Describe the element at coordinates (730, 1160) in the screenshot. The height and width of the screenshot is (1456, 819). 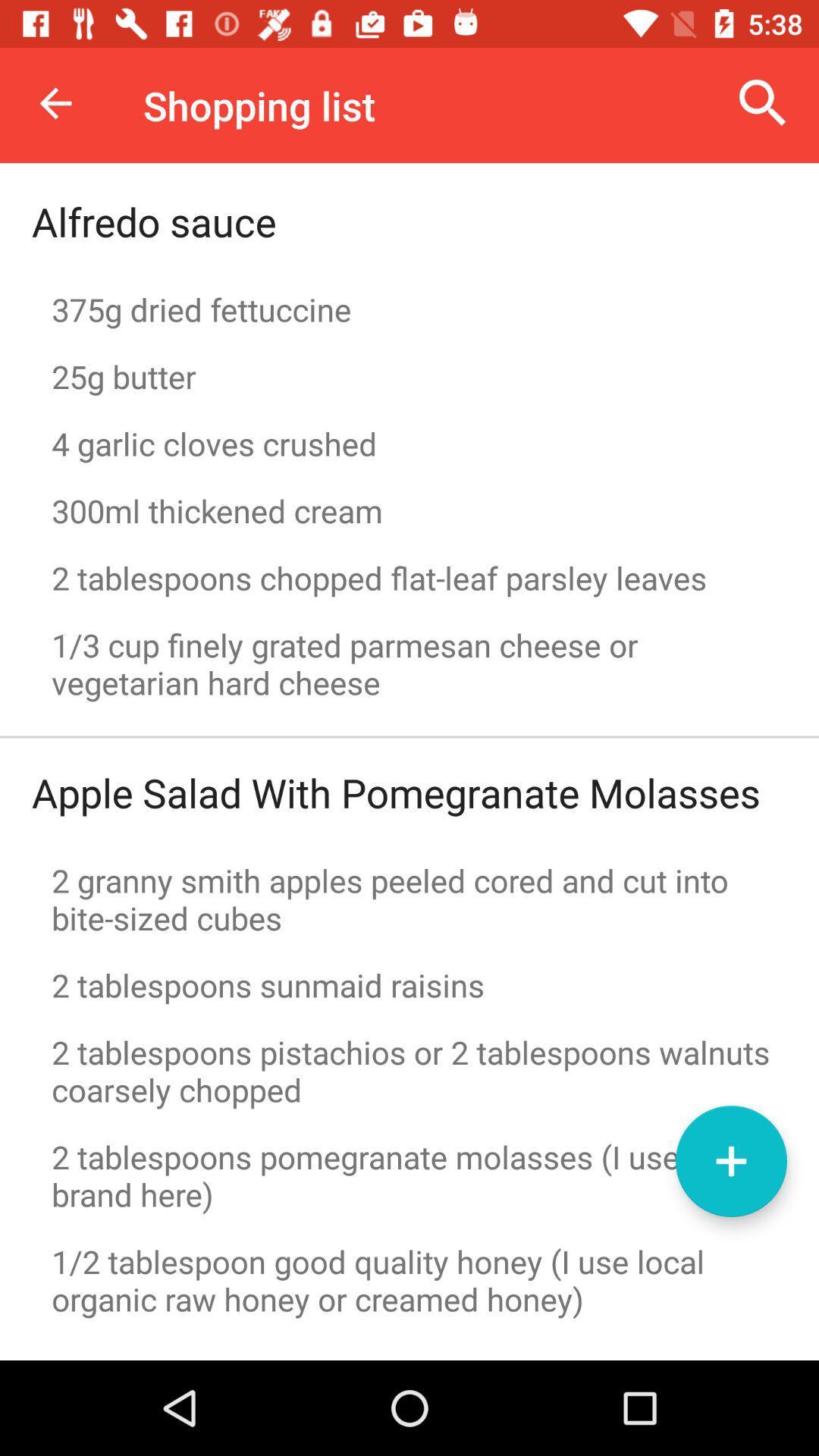
I see `something` at that location.